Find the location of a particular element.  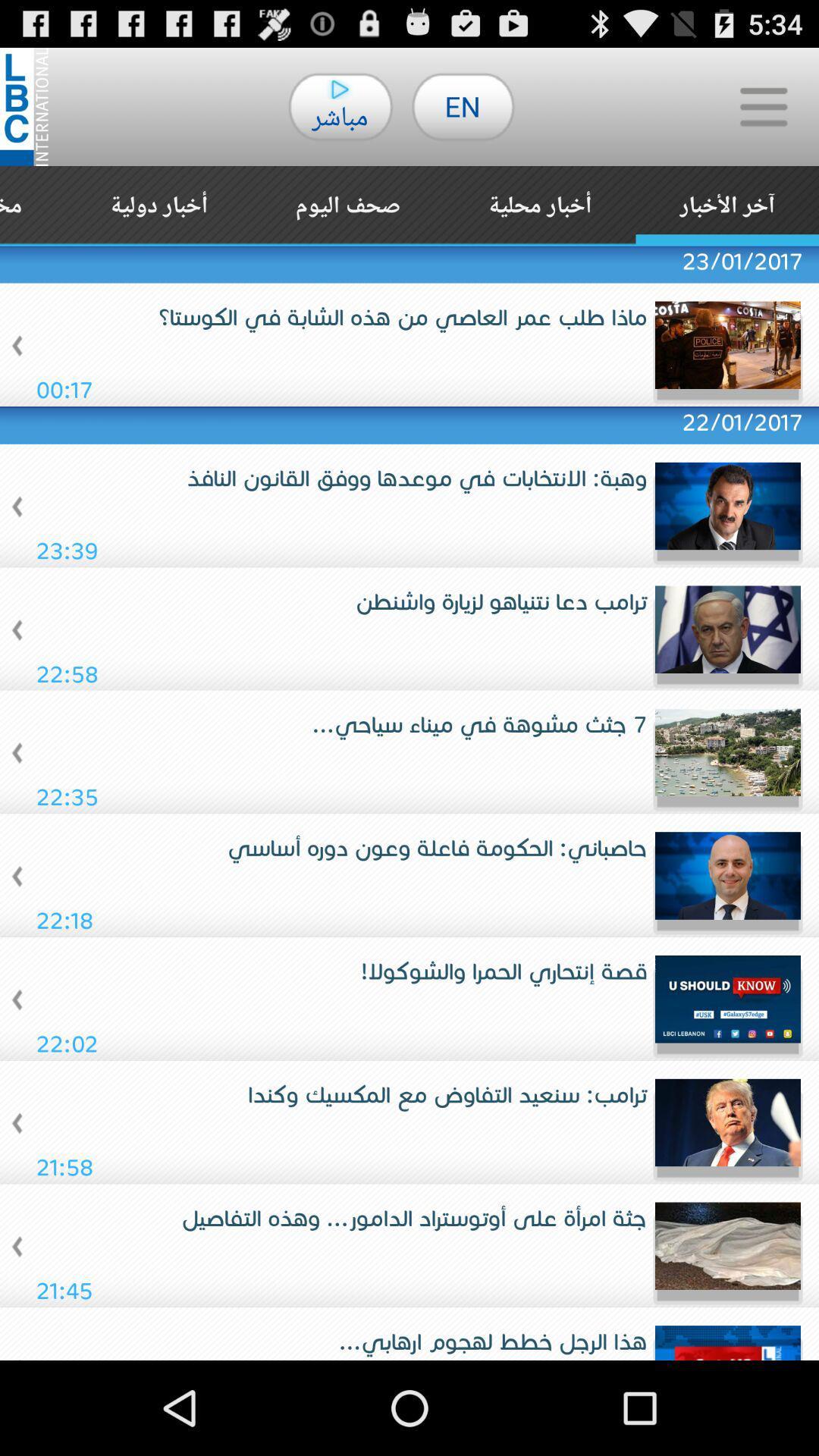

the app above 23/01/2017 is located at coordinates (348, 205).